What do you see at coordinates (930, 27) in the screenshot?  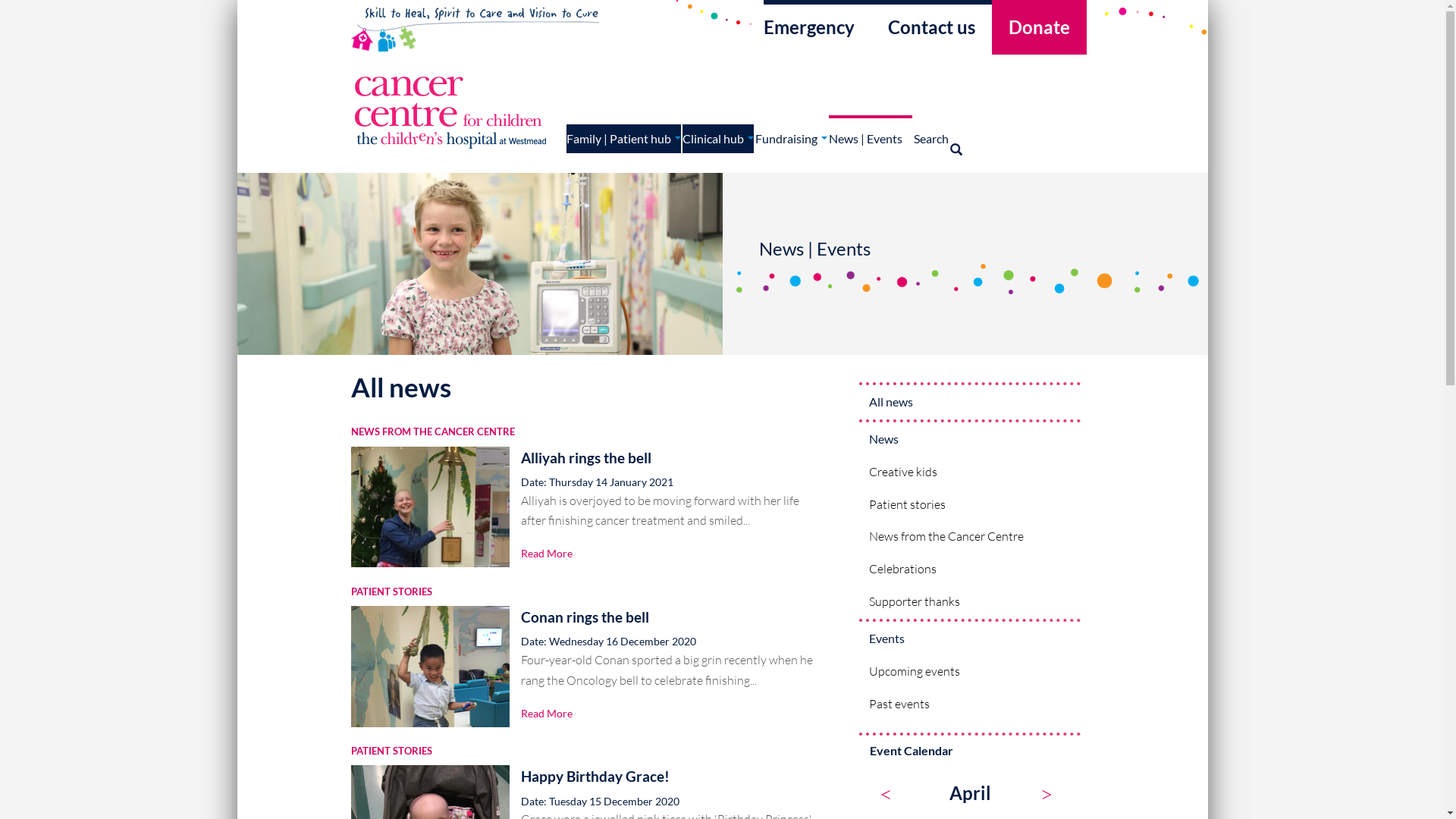 I see `'Contact us'` at bounding box center [930, 27].